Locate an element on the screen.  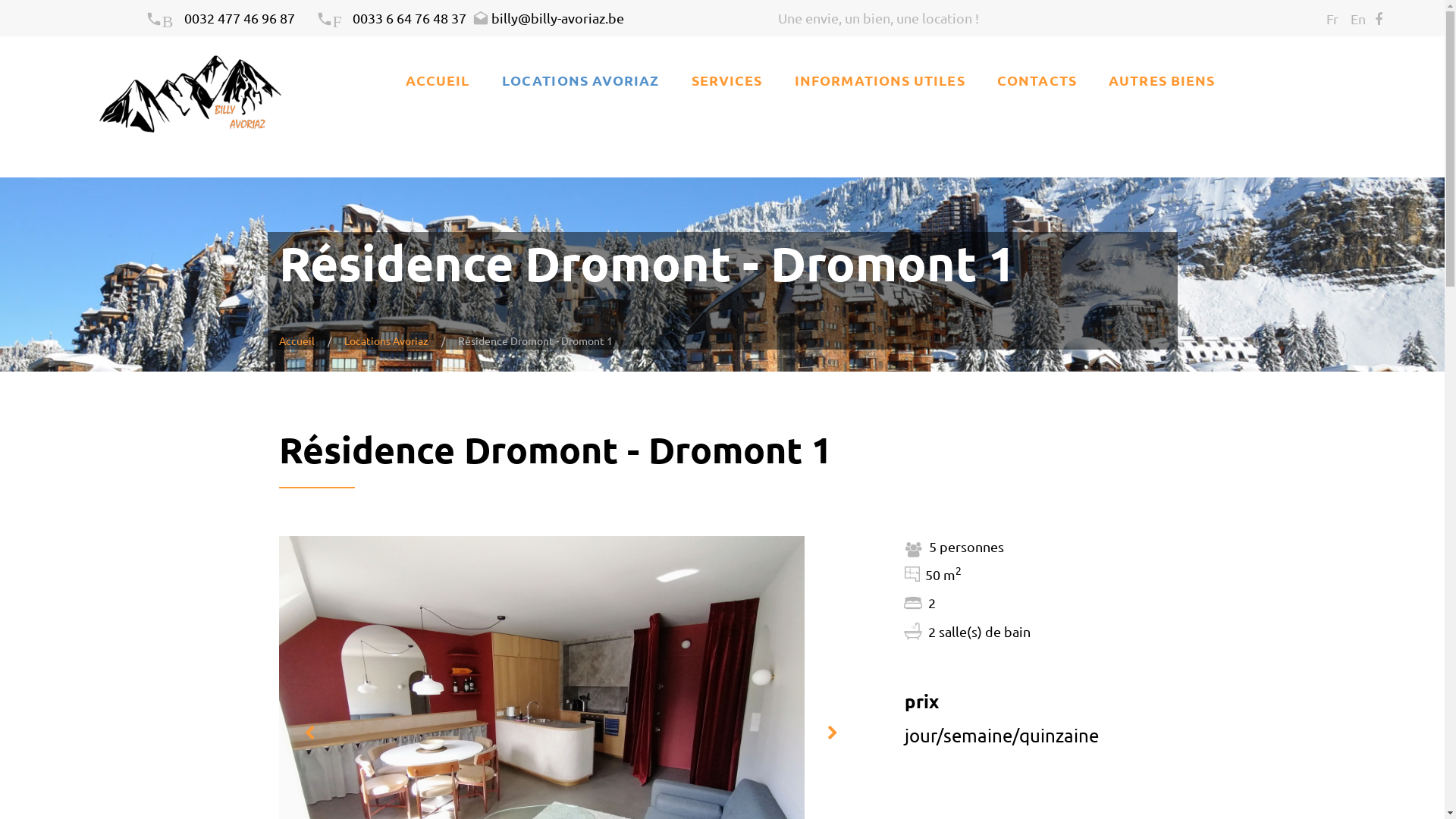
'Accueil' is located at coordinates (297, 339).